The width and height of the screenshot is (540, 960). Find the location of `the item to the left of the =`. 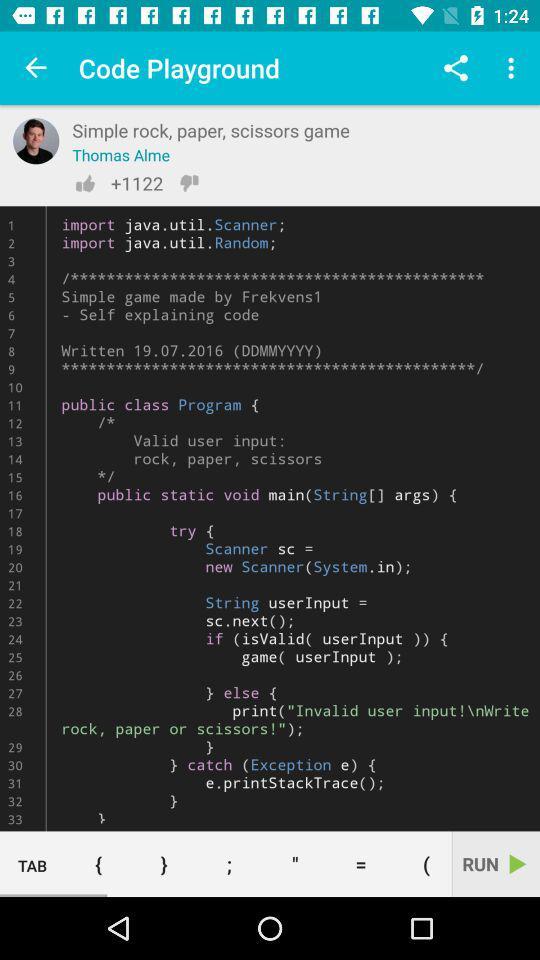

the item to the left of the = is located at coordinates (294, 863).